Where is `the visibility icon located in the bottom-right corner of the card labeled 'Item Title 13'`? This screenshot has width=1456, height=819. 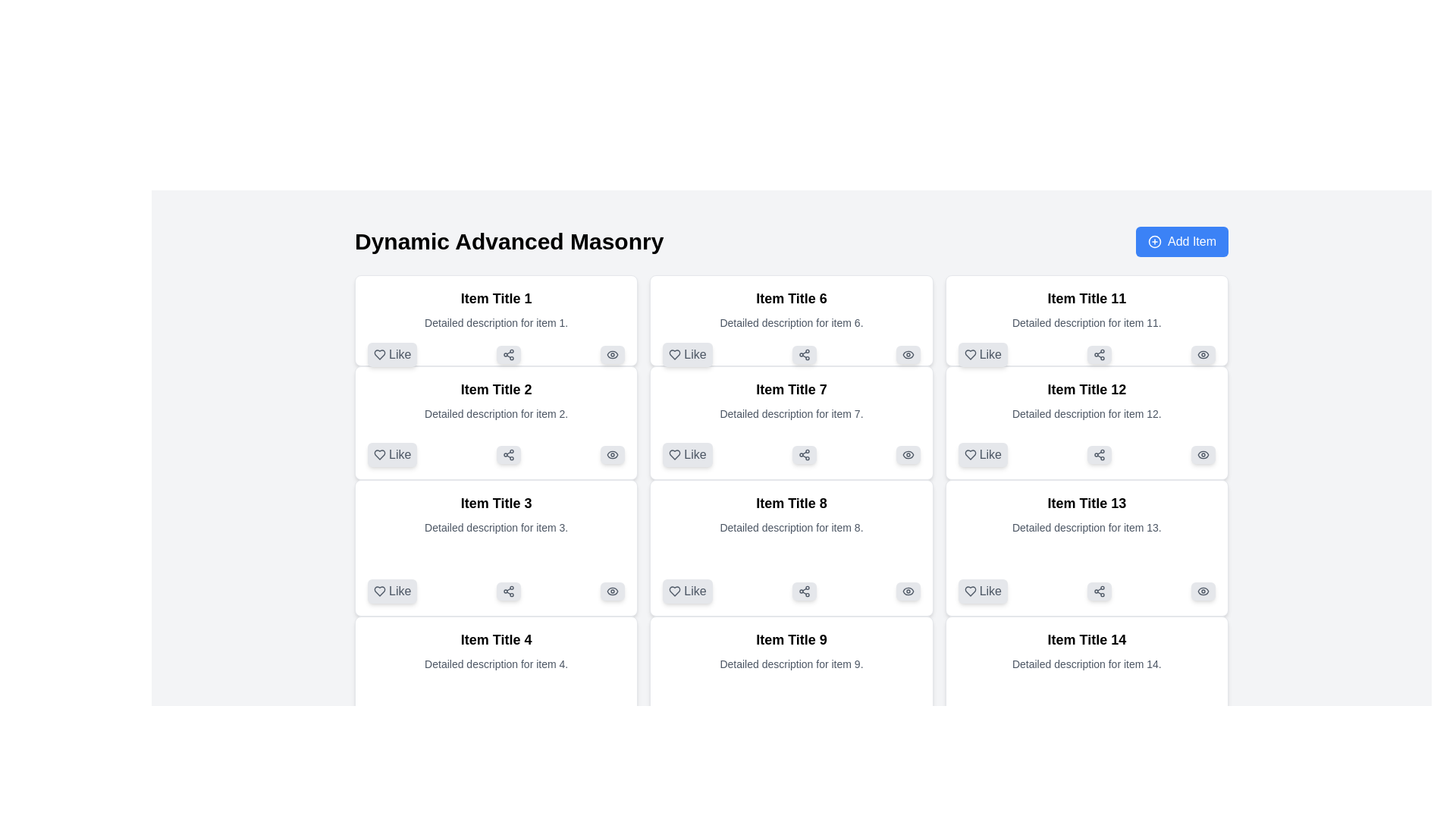 the visibility icon located in the bottom-right corner of the card labeled 'Item Title 13' is located at coordinates (1203, 590).